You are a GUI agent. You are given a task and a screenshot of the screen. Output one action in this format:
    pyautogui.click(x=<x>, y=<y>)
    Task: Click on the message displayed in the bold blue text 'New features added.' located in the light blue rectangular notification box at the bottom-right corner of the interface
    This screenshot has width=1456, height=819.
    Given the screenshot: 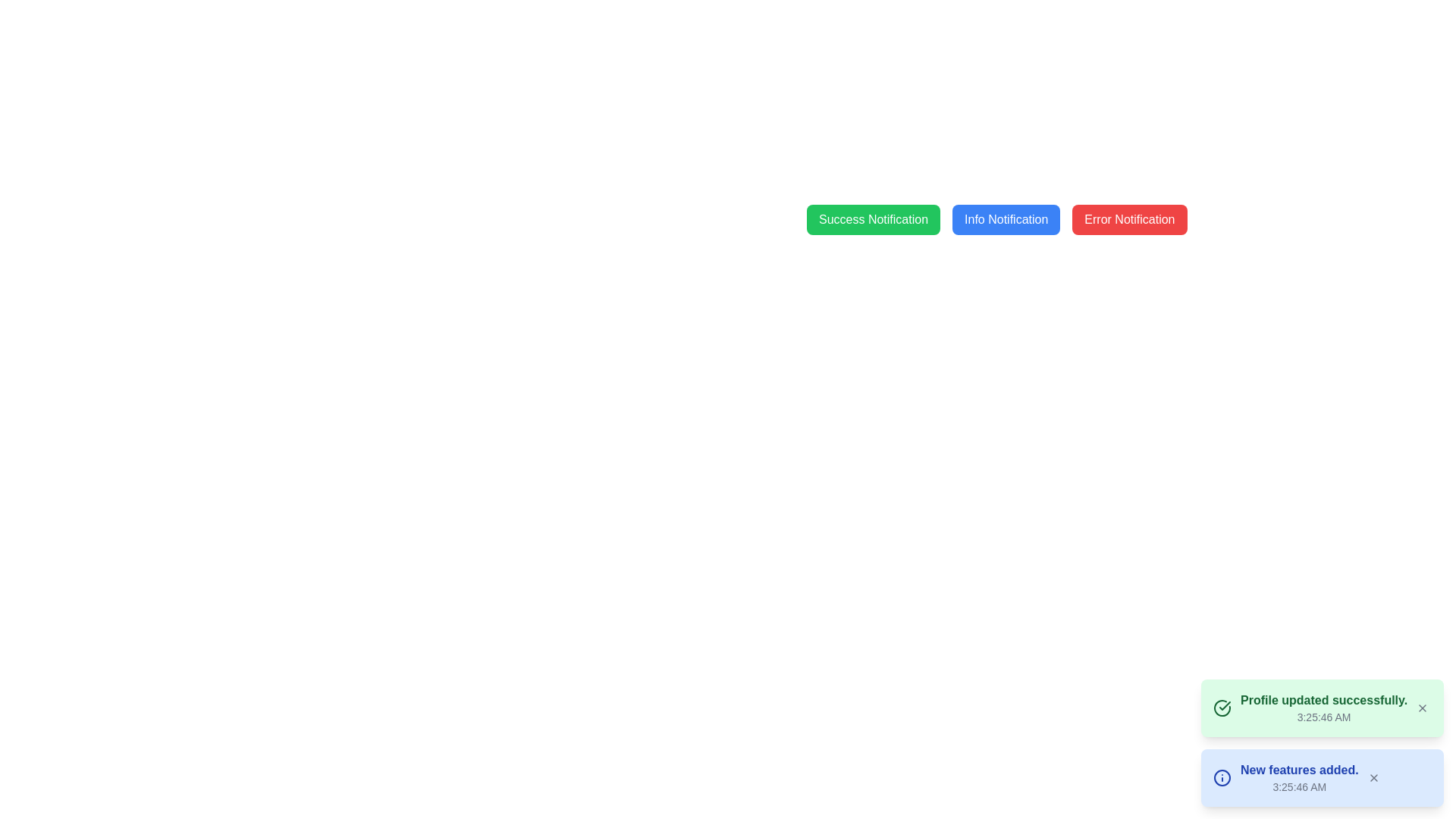 What is the action you would take?
    pyautogui.click(x=1298, y=770)
    